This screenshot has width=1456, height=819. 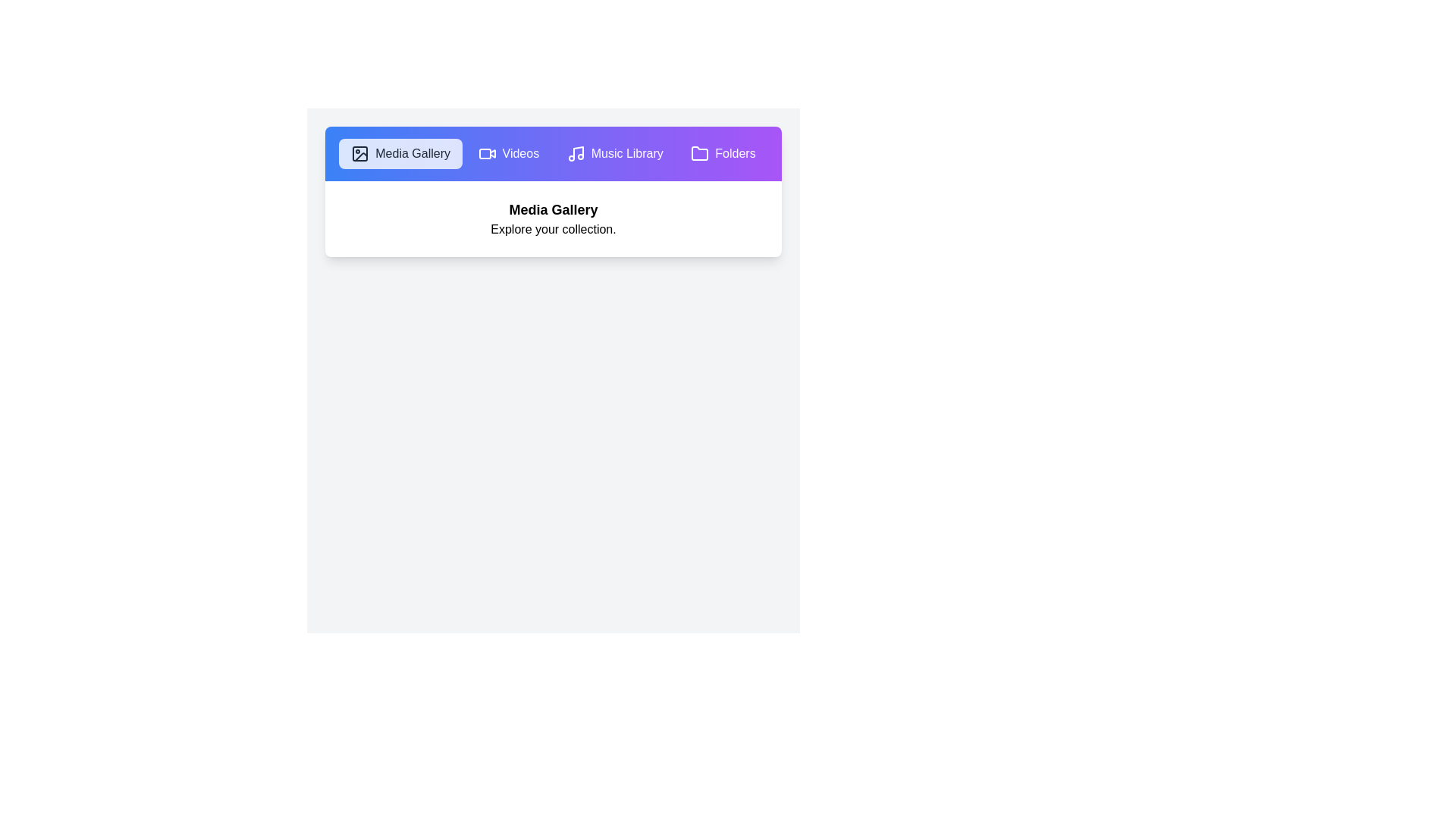 I want to click on the decorative SVG graphical element that indicates the 'Media Gallery' option in the navigation bar, located to the left of the 'Media Gallery' text label, so click(x=360, y=157).